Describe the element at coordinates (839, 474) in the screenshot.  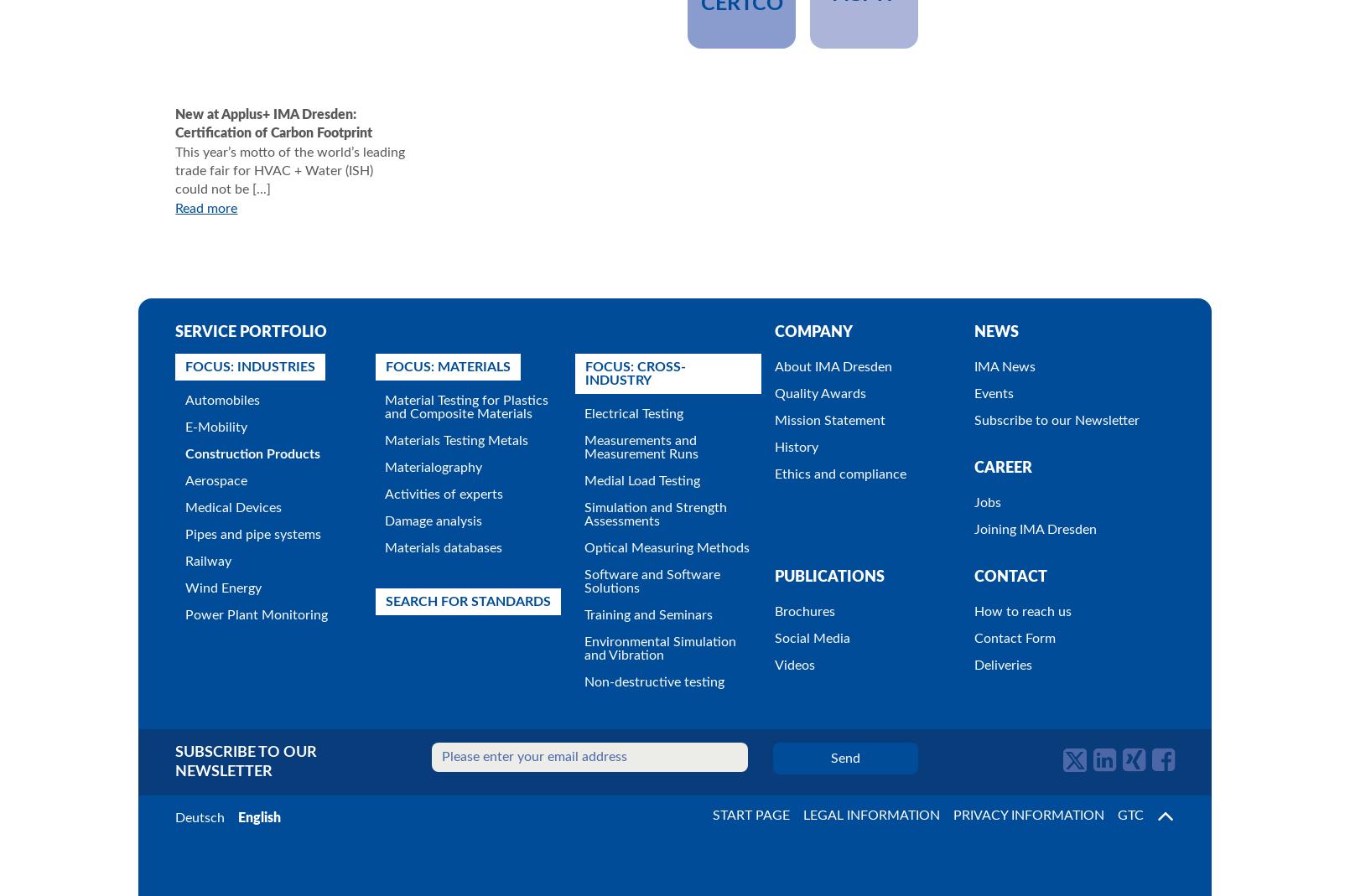
I see `'Ethics and compliance'` at that location.